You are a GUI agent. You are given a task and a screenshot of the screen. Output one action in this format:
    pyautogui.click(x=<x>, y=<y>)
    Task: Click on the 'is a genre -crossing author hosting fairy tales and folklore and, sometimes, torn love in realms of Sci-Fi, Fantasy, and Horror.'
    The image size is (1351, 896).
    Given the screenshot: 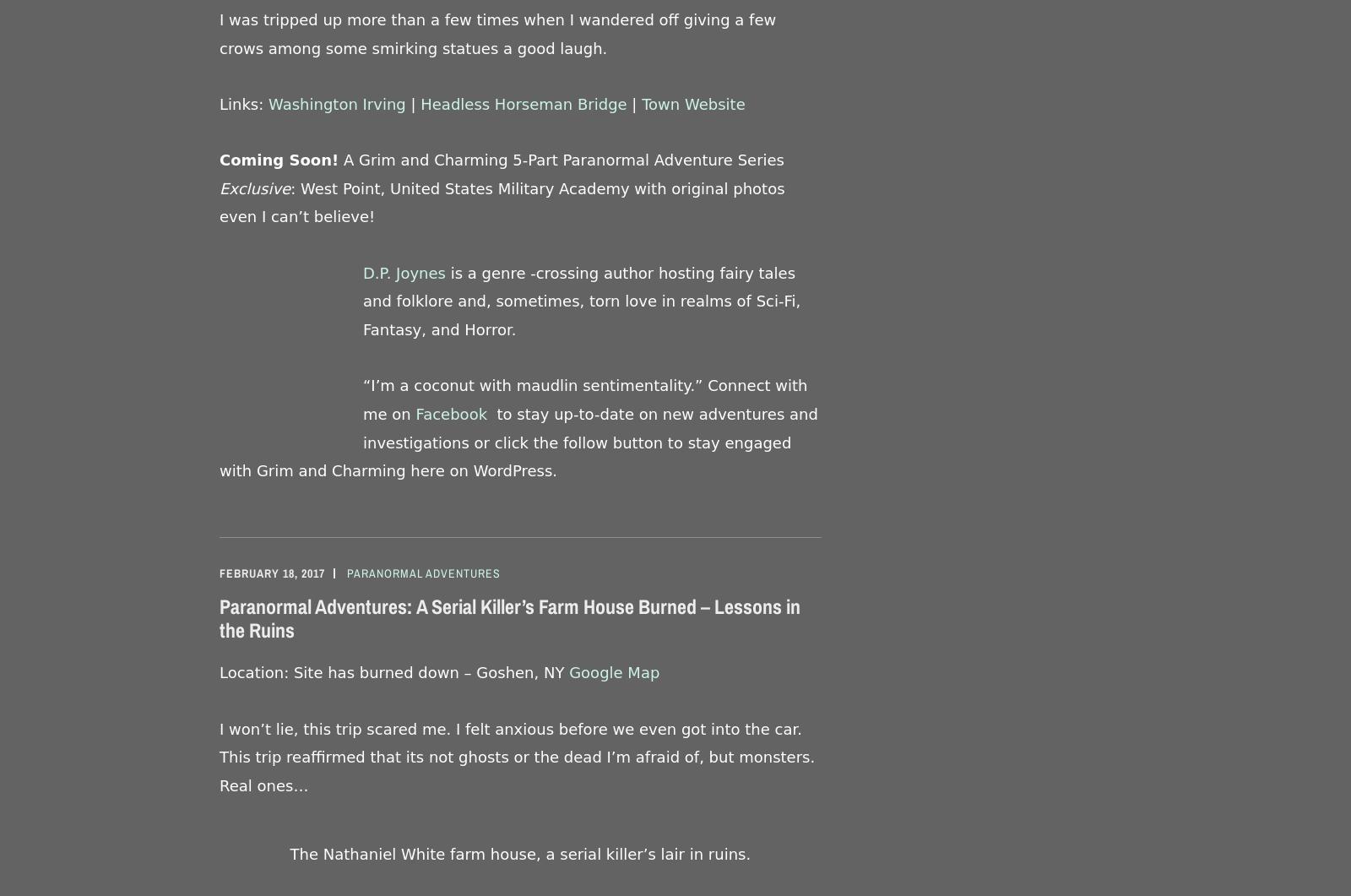 What is the action you would take?
    pyautogui.click(x=581, y=301)
    